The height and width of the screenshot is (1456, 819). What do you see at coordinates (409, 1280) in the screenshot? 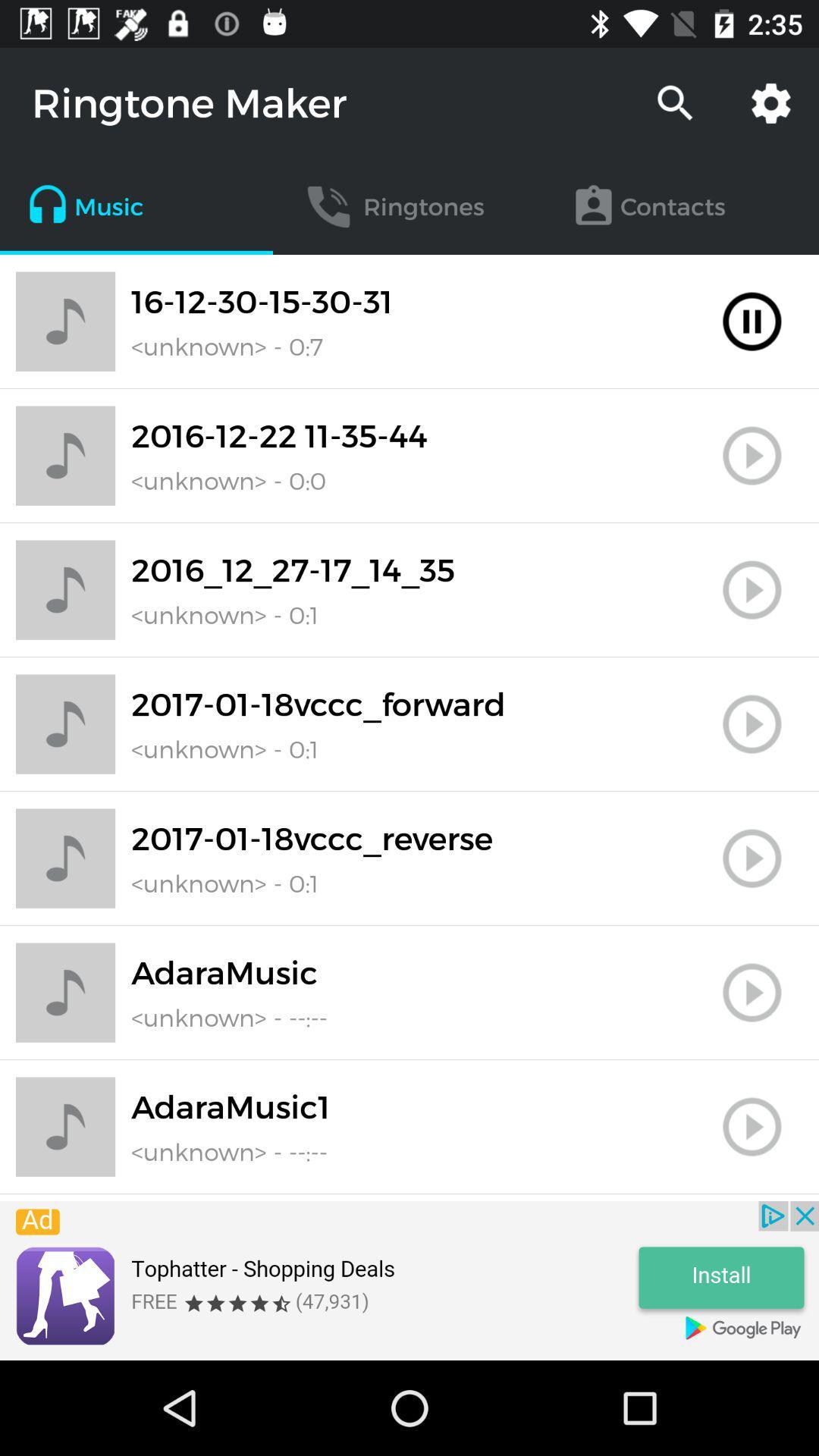
I see `open tophatter advertisement` at bounding box center [409, 1280].